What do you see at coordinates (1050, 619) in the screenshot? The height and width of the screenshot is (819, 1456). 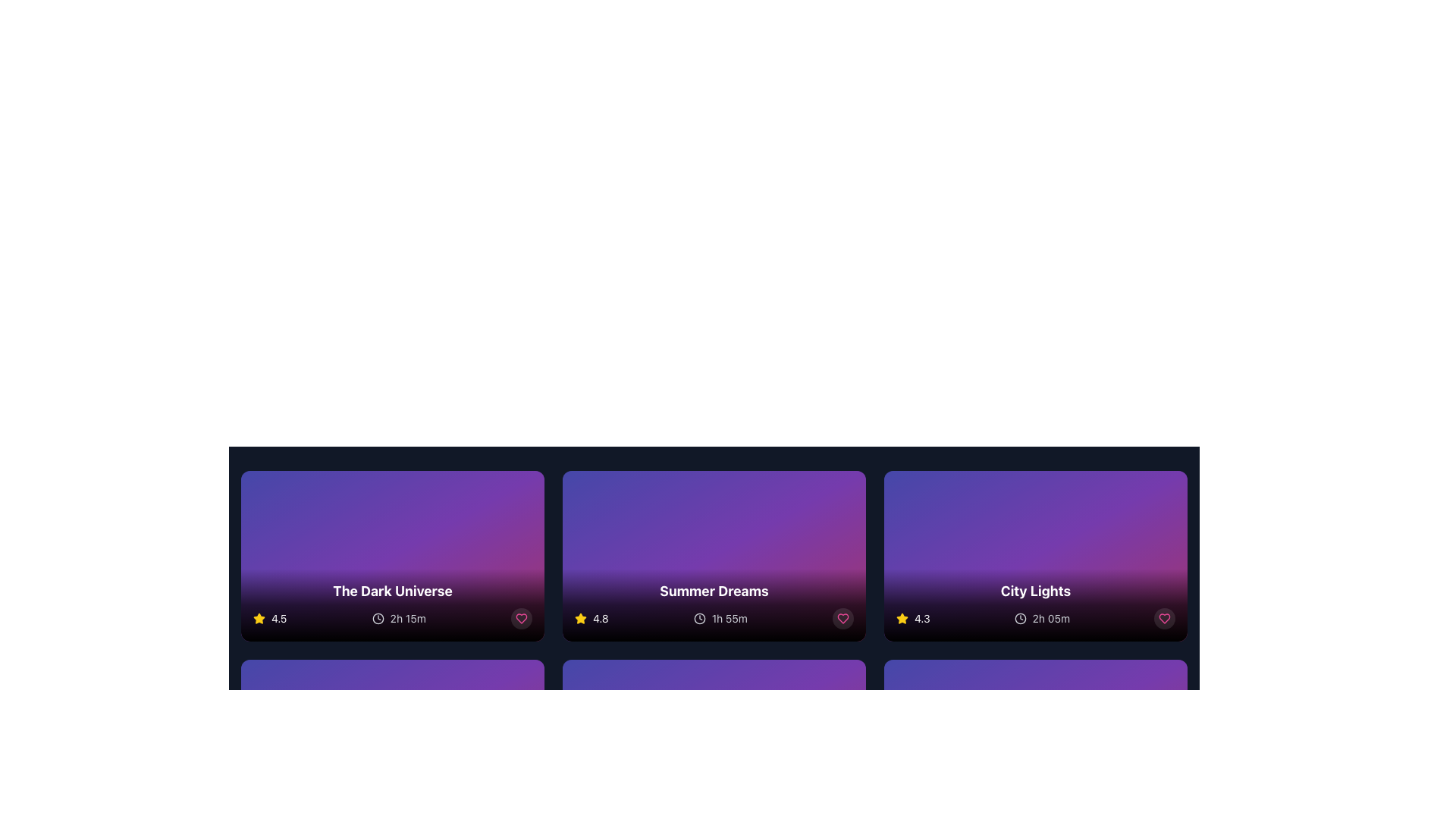 I see `text content of the label displaying '2h 05m', which is styled in gray and located towards the bottom-right of the 'City Lights' card` at bounding box center [1050, 619].